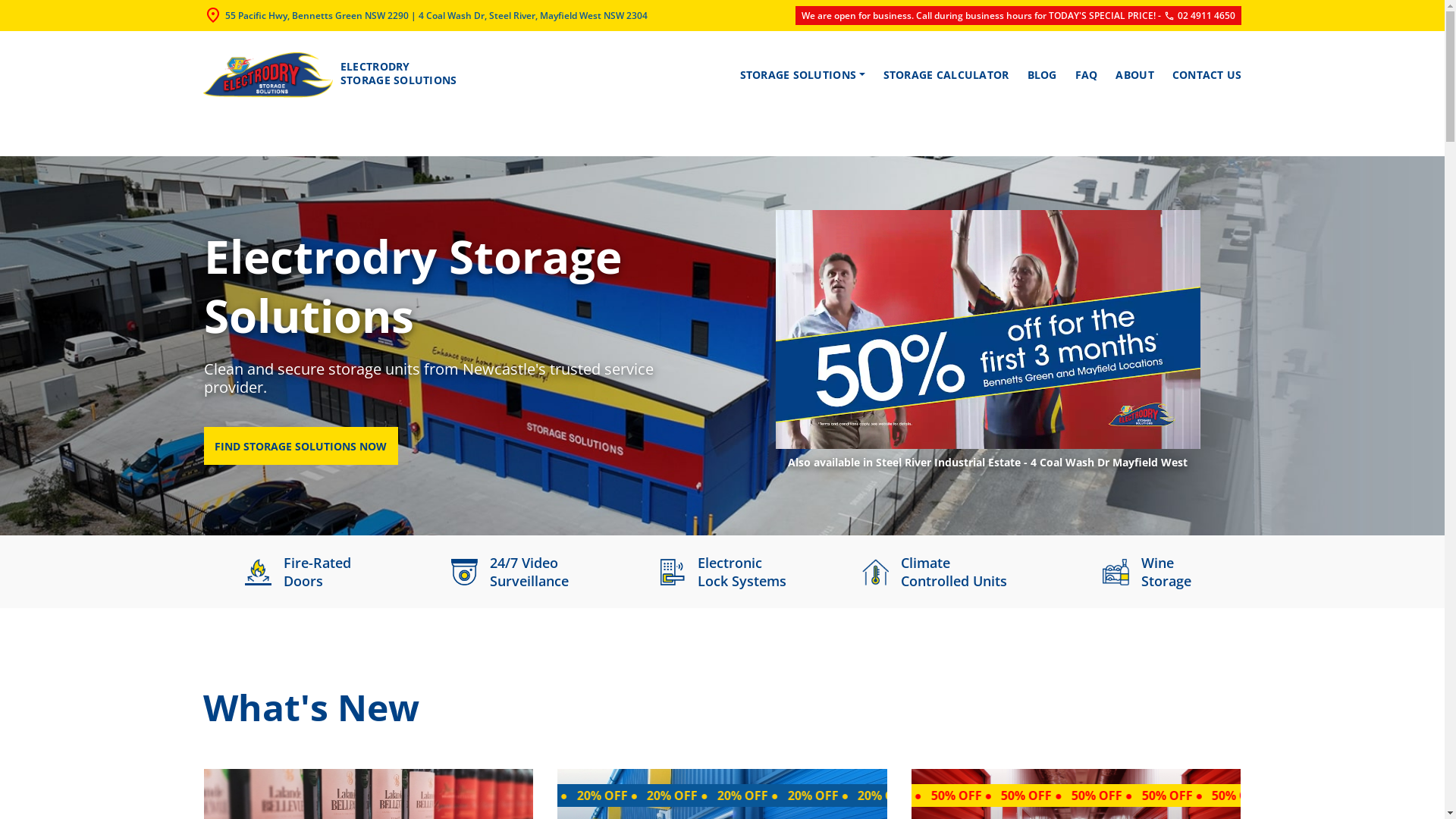 The height and width of the screenshot is (819, 1456). I want to click on 'FAQ', so click(1065, 75).